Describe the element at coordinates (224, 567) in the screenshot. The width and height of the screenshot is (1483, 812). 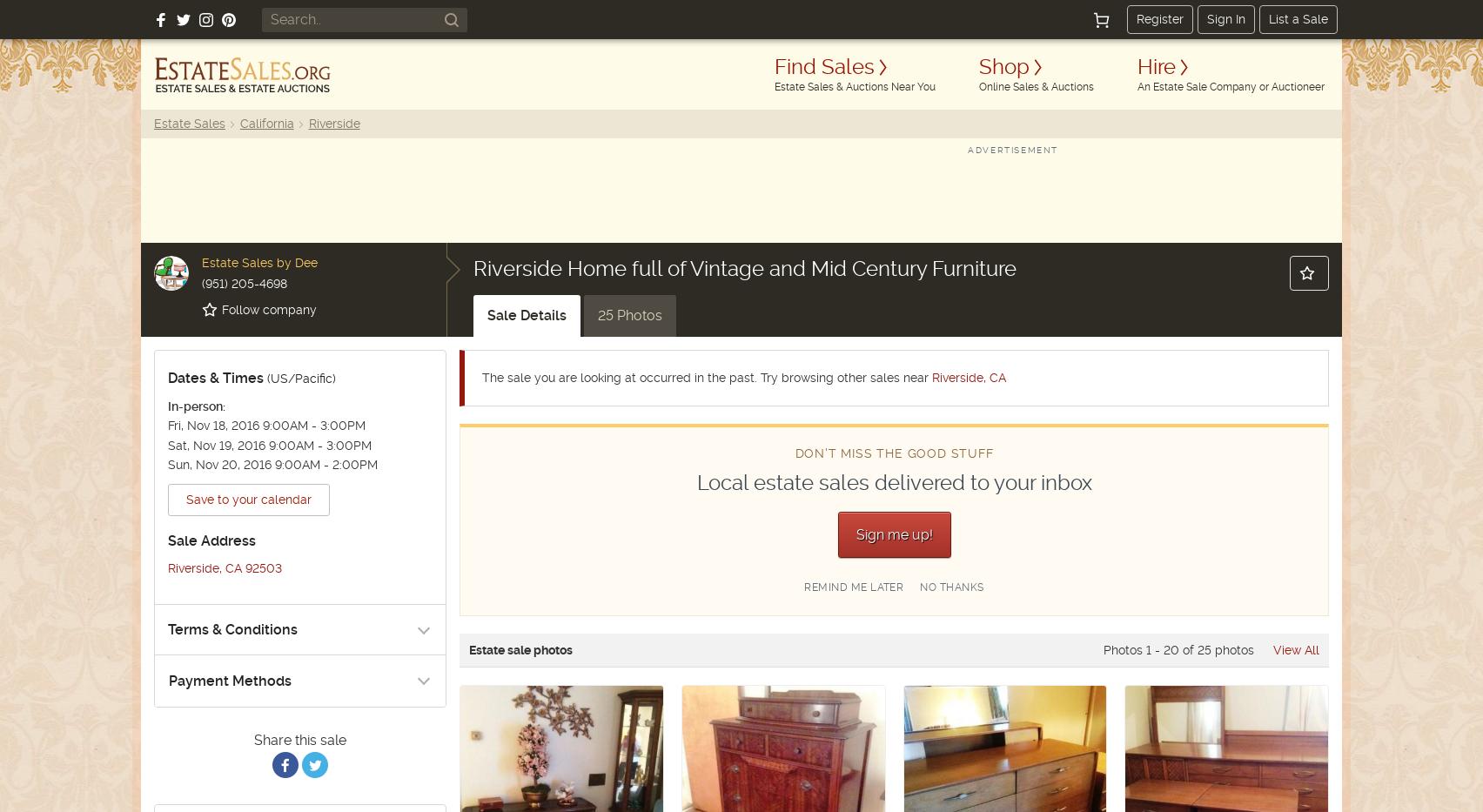
I see `'Riverside, CA 92503'` at that location.